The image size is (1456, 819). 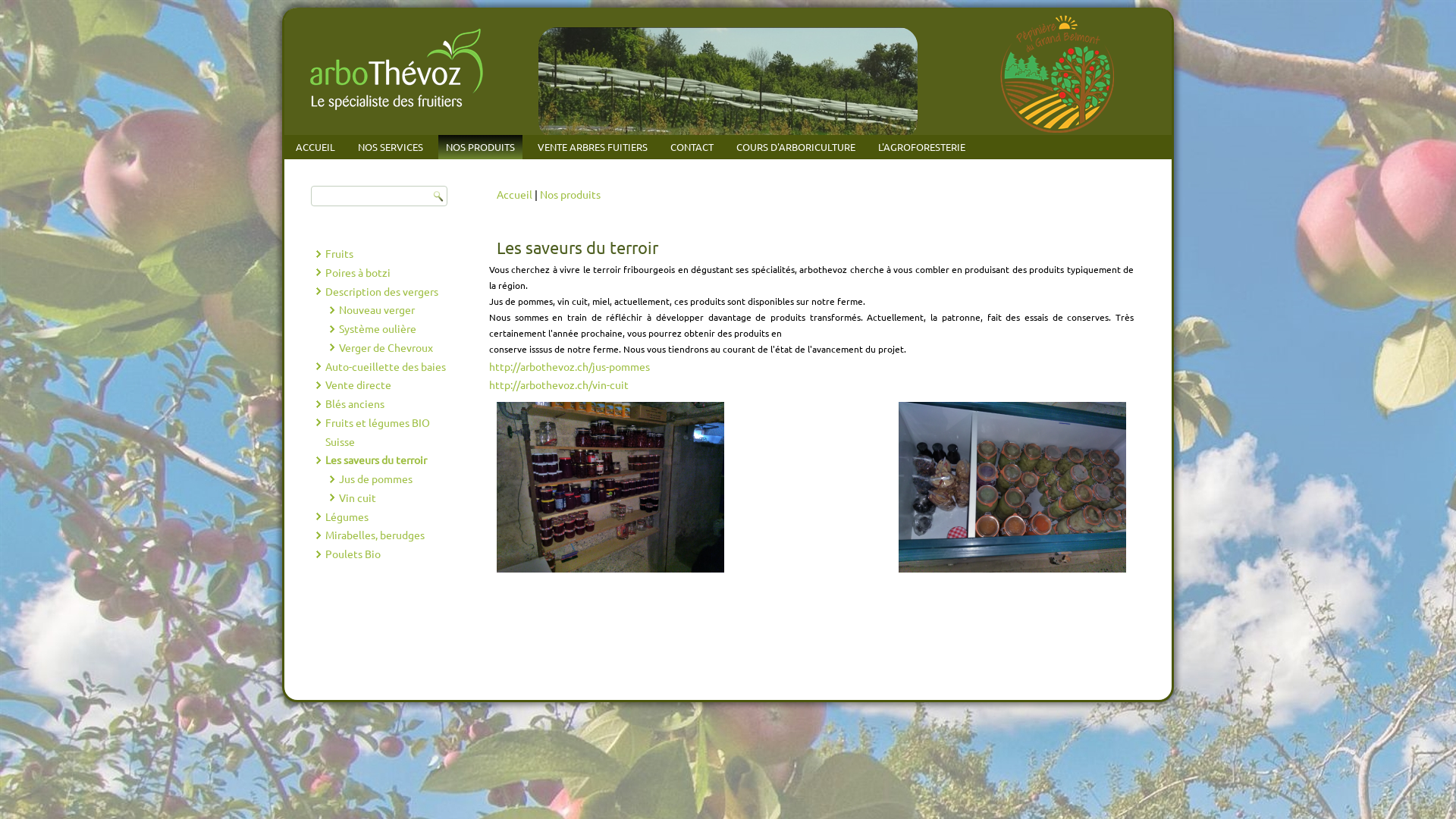 I want to click on 'Verger de Chevroux', so click(x=385, y=347).